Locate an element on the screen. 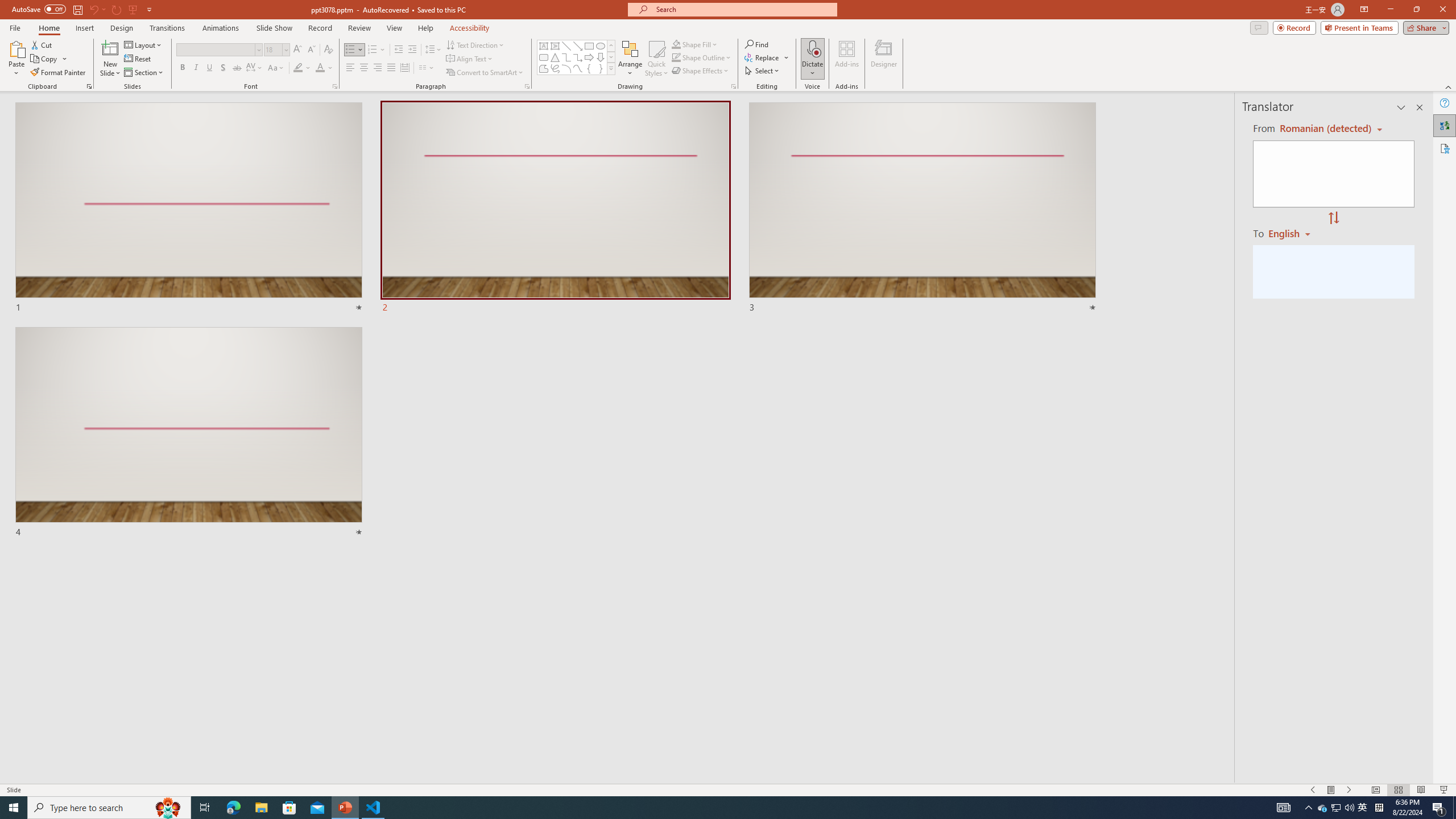  'Freeform: Shape' is located at coordinates (543, 68).